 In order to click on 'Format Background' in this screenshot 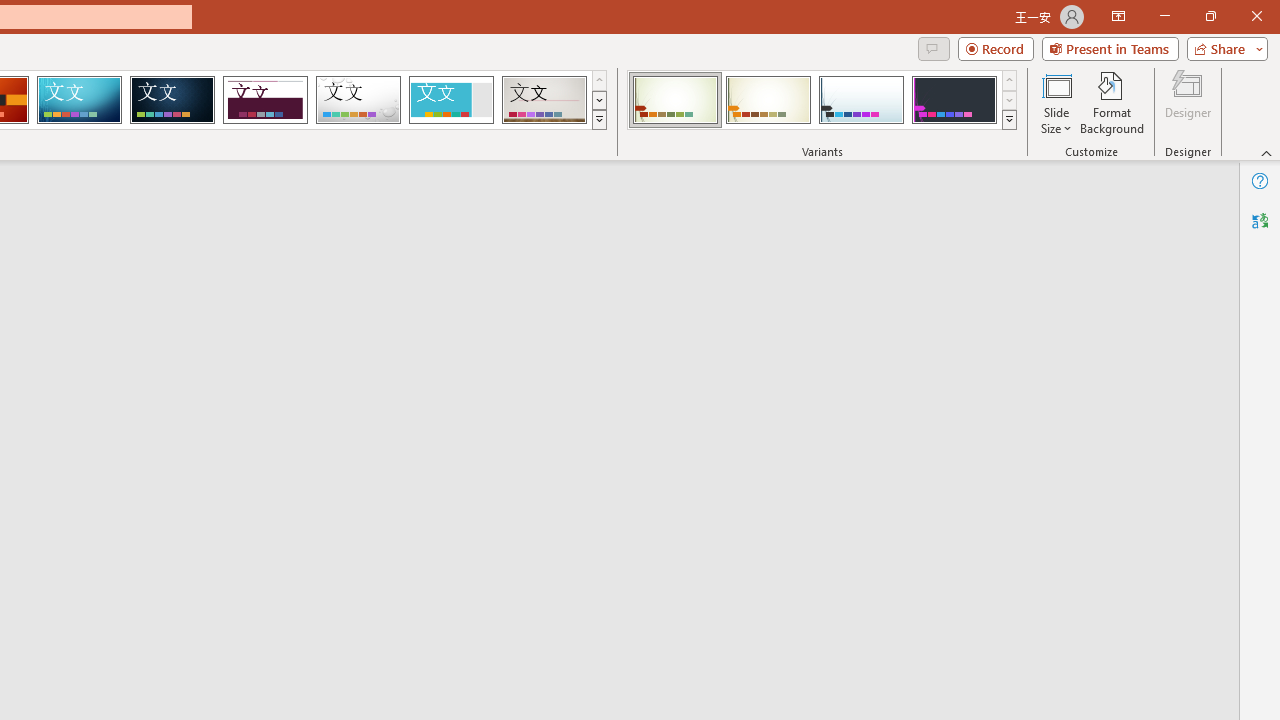, I will do `click(1111, 103)`.